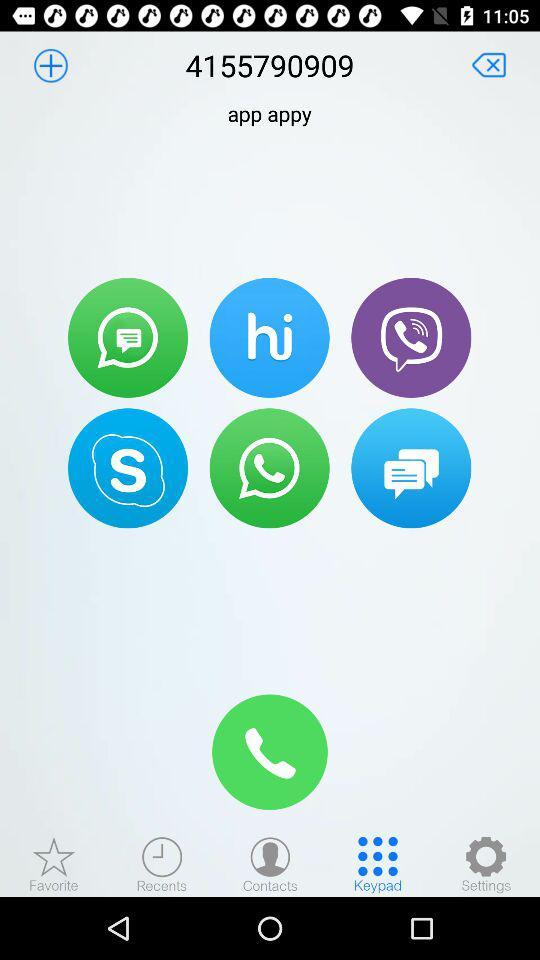  I want to click on find recents, so click(161, 863).